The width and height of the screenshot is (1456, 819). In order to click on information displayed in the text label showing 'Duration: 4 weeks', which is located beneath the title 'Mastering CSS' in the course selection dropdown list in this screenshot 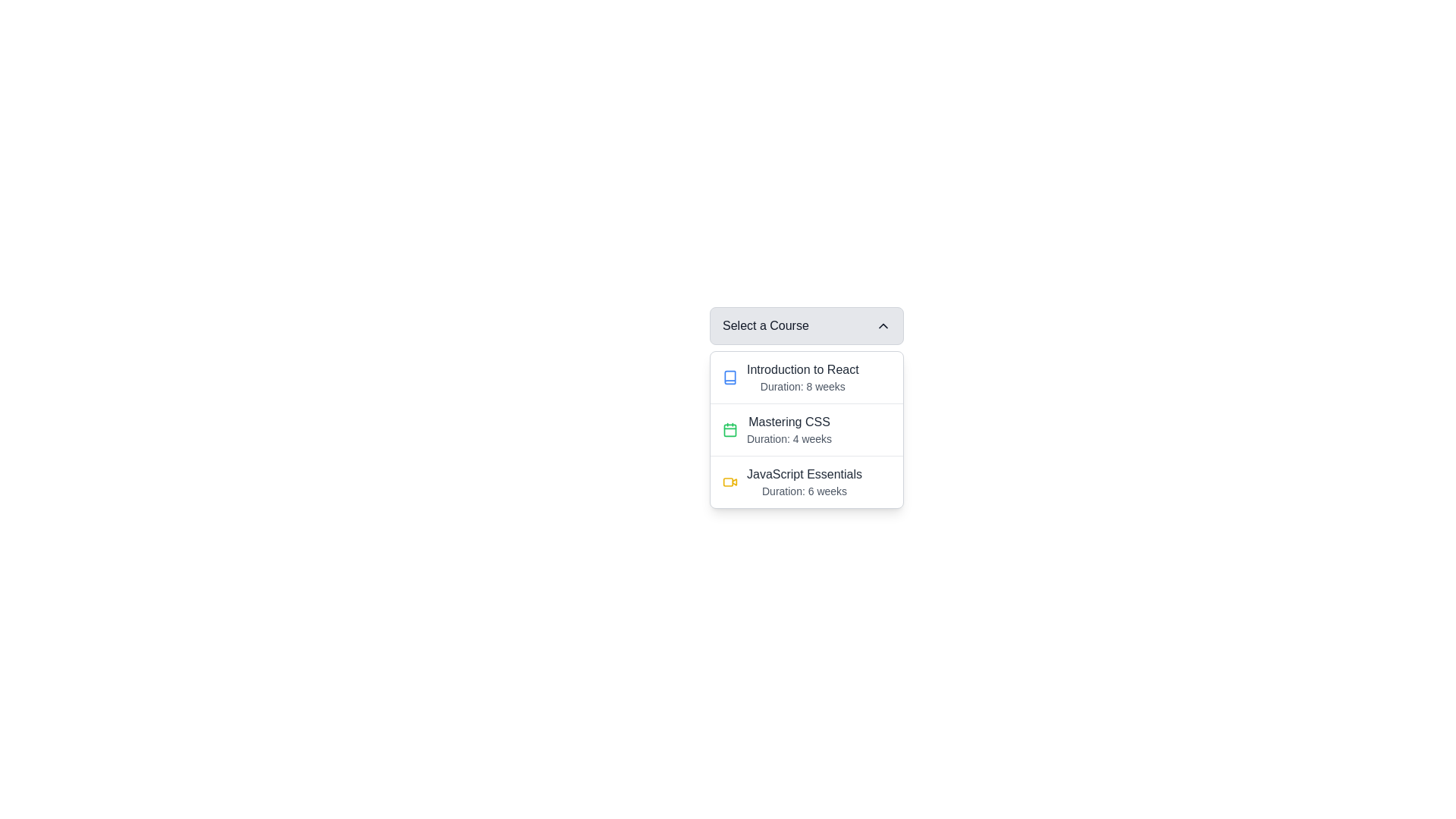, I will do `click(789, 438)`.